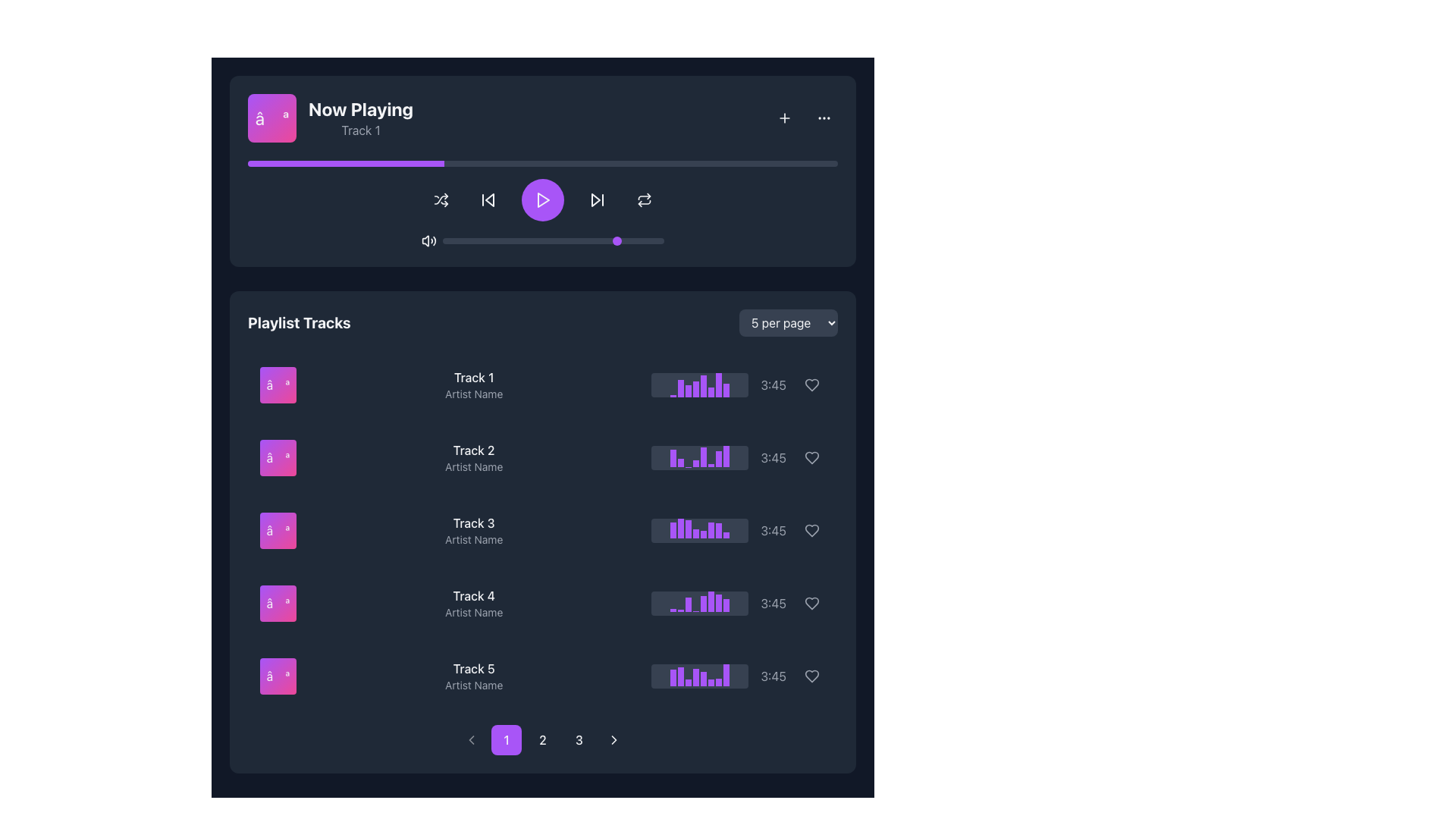 This screenshot has height=819, width=1456. What do you see at coordinates (703, 603) in the screenshot?
I see `the fifth vertical purple graphical bar in the 'Play' section for Track 4 in the Playlist Tracks` at bounding box center [703, 603].